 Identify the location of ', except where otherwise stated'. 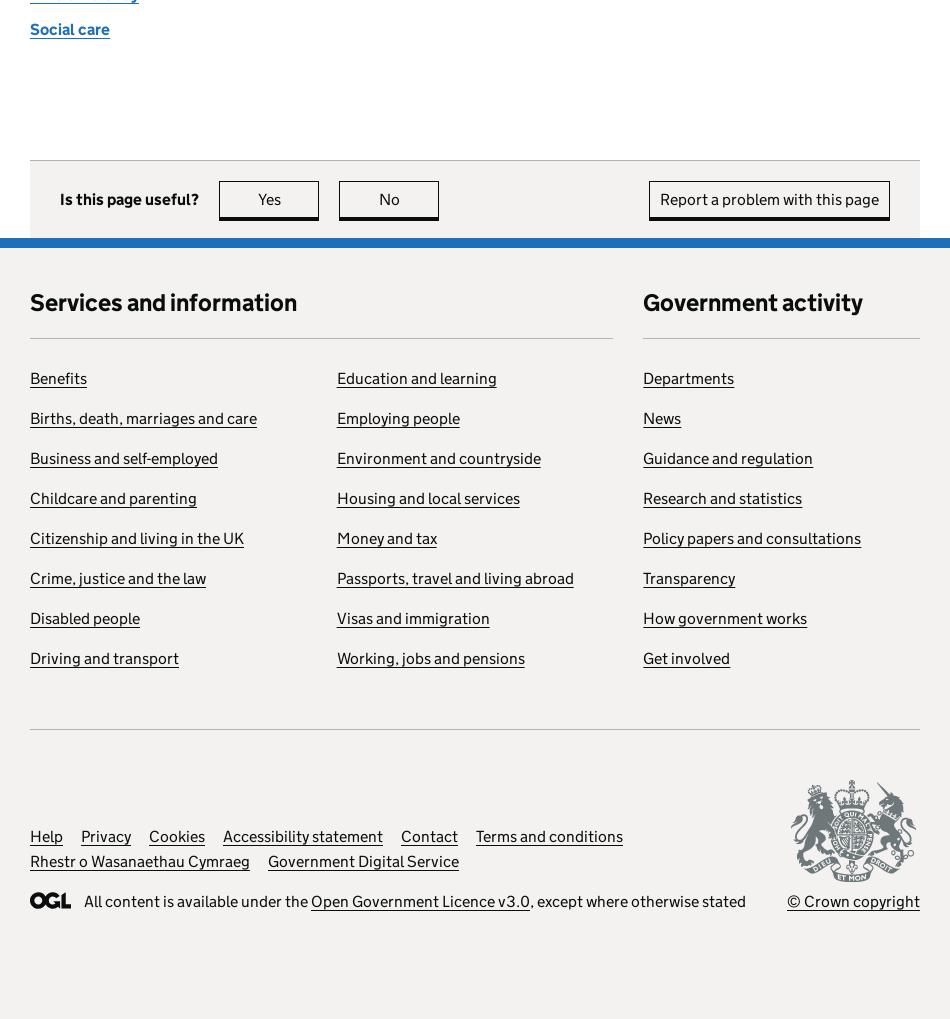
(638, 901).